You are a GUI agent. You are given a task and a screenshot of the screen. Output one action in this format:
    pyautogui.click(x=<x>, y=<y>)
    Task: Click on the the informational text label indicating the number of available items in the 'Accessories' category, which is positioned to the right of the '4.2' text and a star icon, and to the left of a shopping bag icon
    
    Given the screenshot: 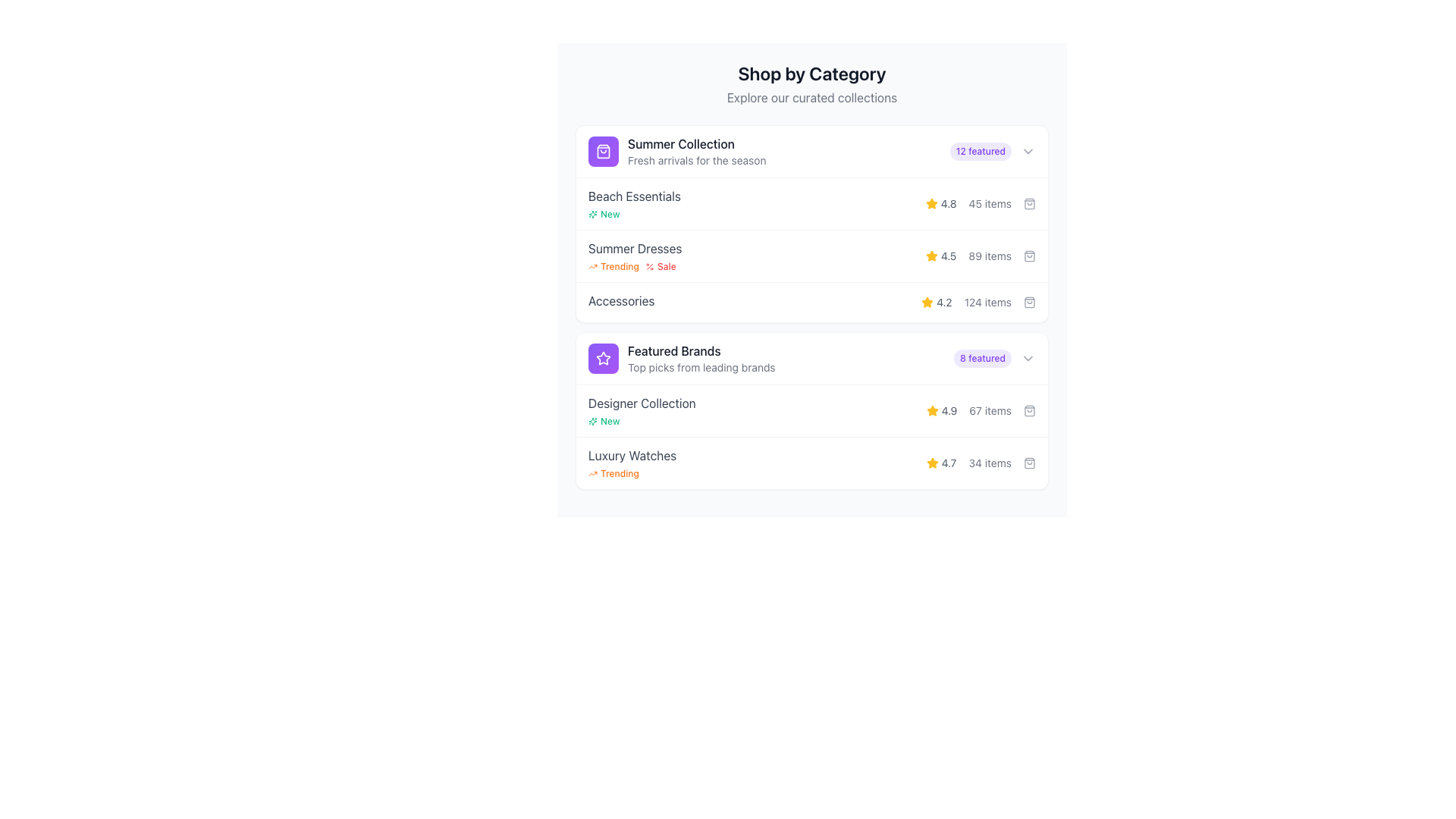 What is the action you would take?
    pyautogui.click(x=987, y=302)
    